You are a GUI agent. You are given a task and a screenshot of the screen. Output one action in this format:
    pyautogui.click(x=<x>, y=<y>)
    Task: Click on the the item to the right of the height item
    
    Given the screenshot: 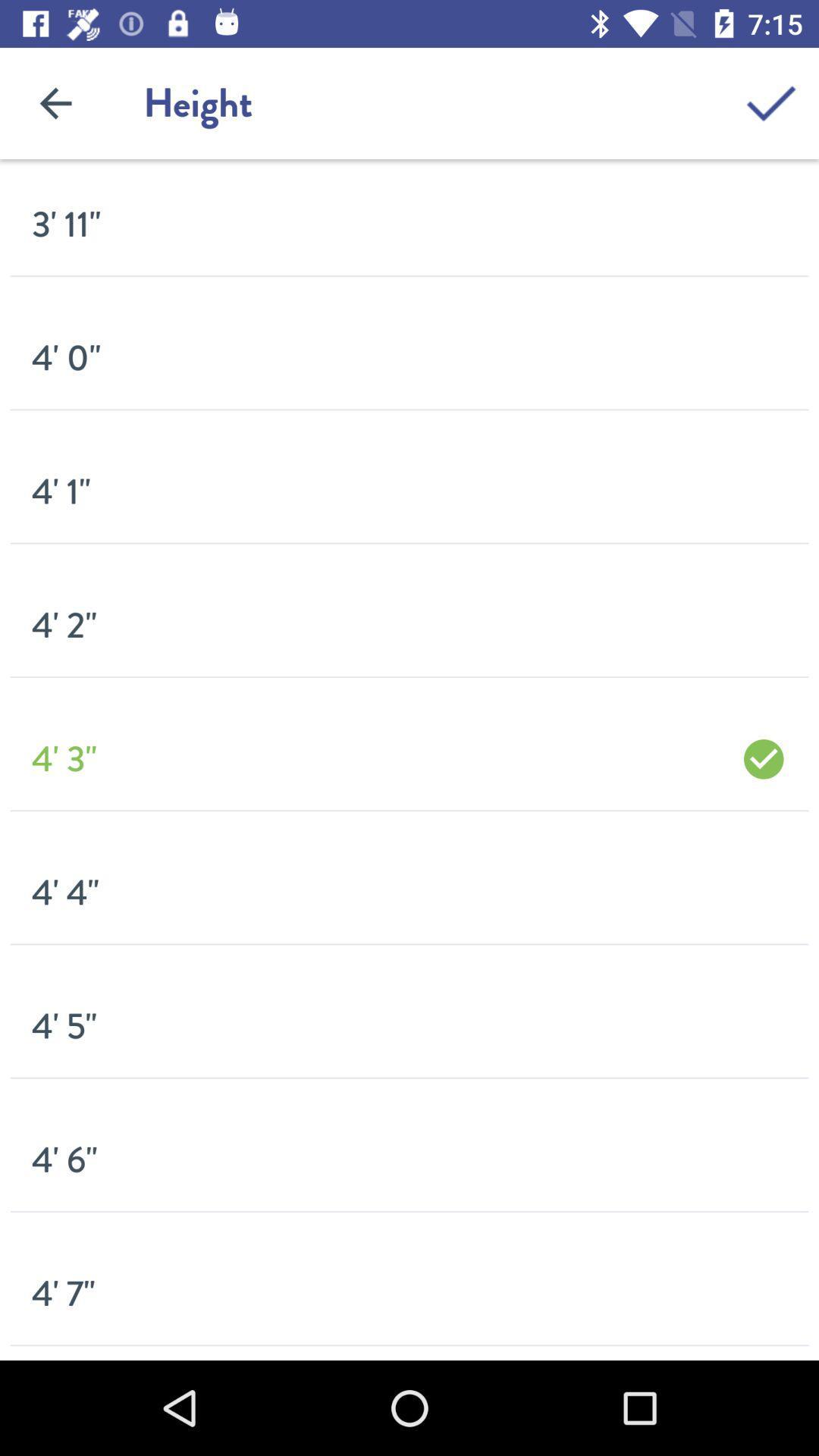 What is the action you would take?
    pyautogui.click(x=771, y=102)
    